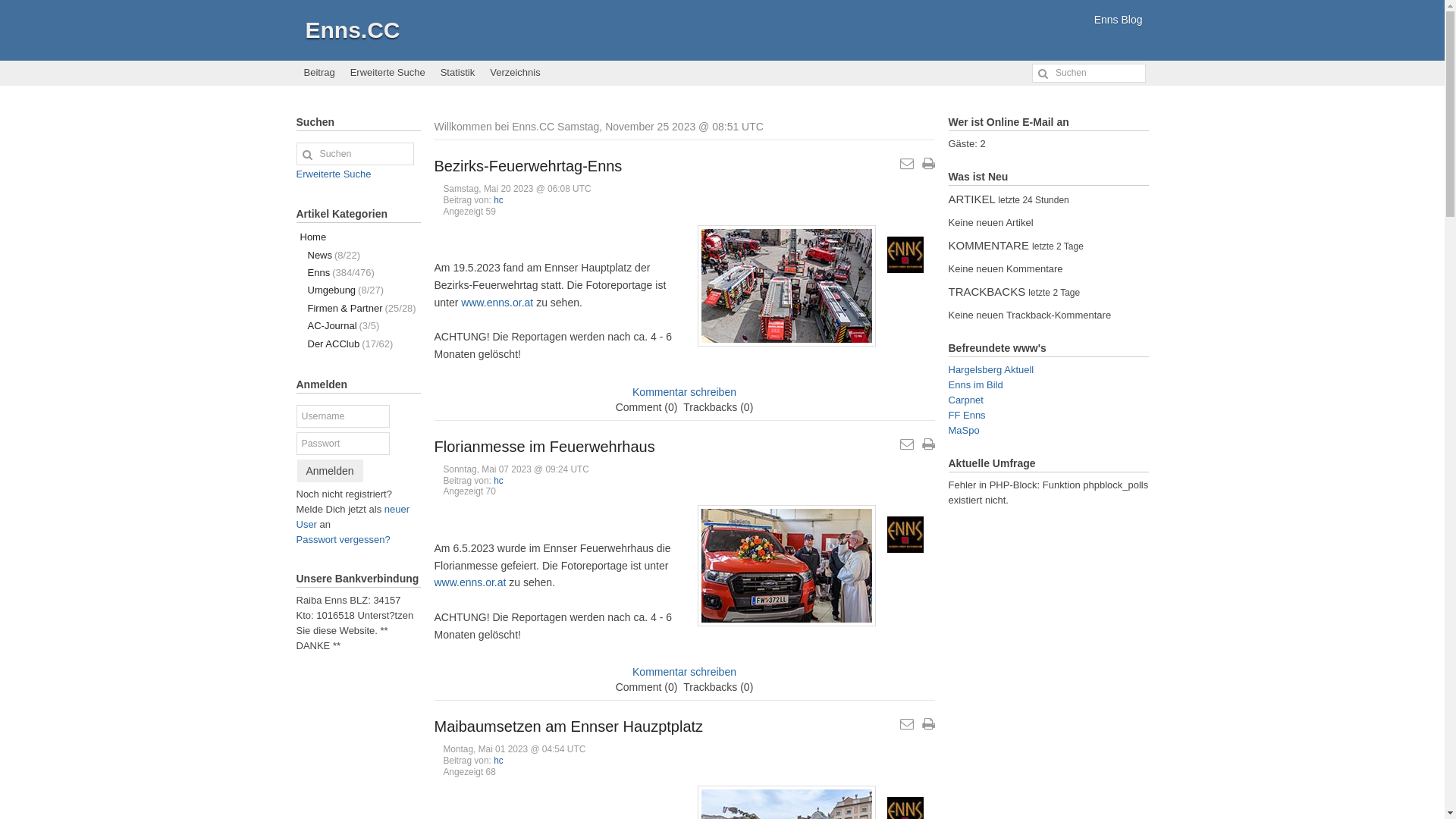 The width and height of the screenshot is (1456, 819). I want to click on 'hc', so click(494, 479).